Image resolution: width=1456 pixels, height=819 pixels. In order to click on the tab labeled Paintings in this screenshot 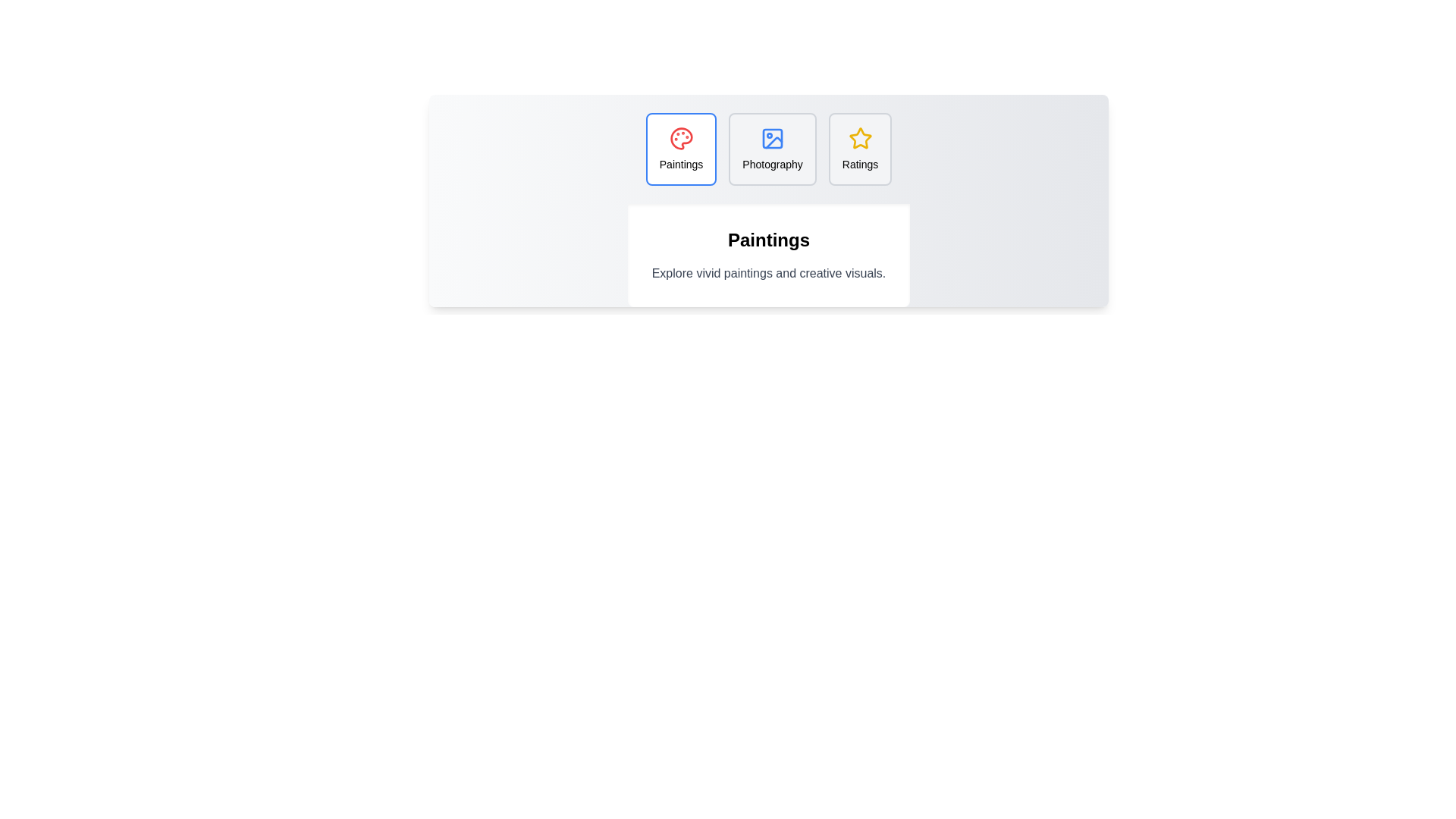, I will do `click(679, 149)`.